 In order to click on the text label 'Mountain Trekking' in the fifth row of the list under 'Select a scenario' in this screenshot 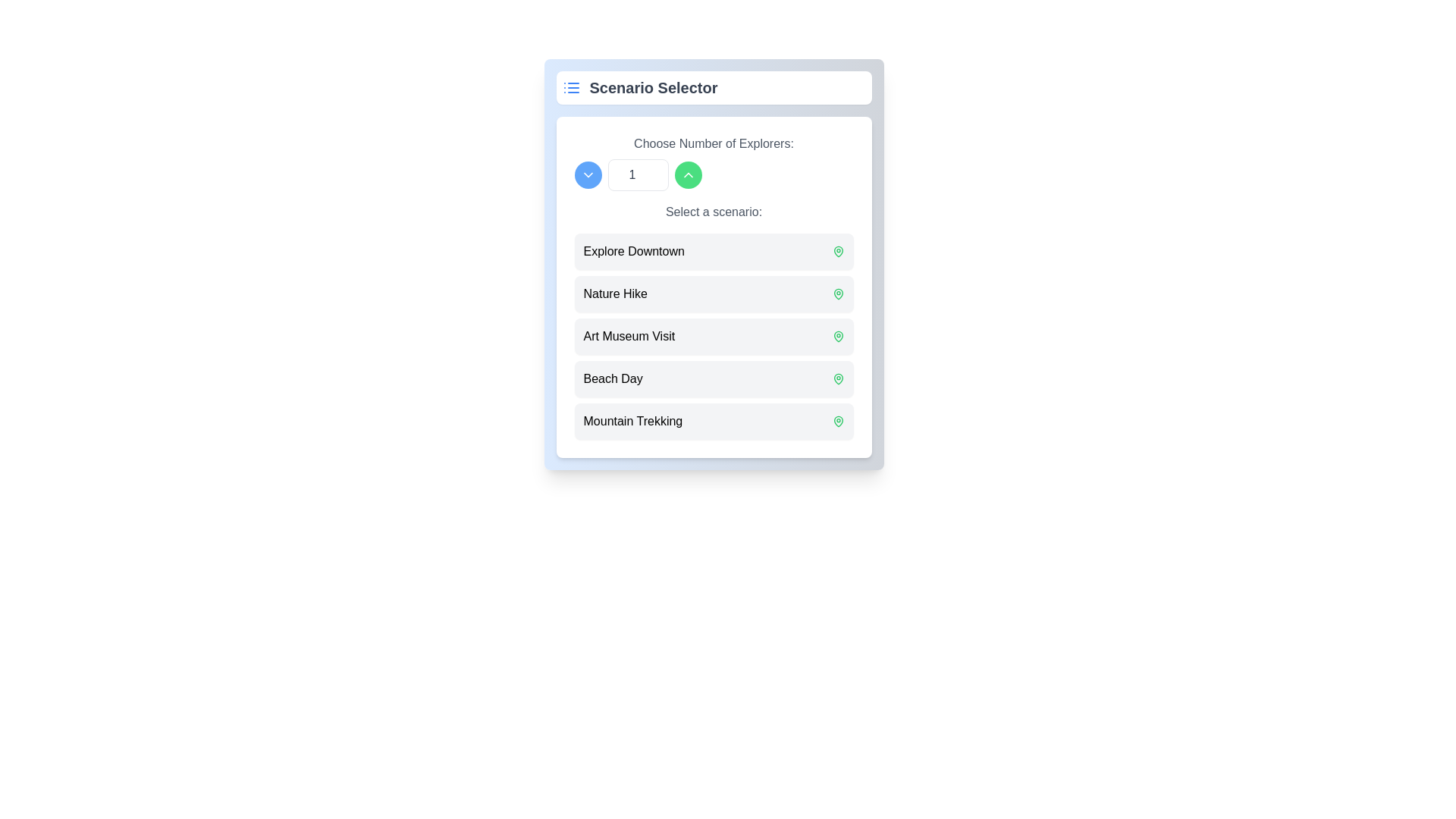, I will do `click(632, 421)`.